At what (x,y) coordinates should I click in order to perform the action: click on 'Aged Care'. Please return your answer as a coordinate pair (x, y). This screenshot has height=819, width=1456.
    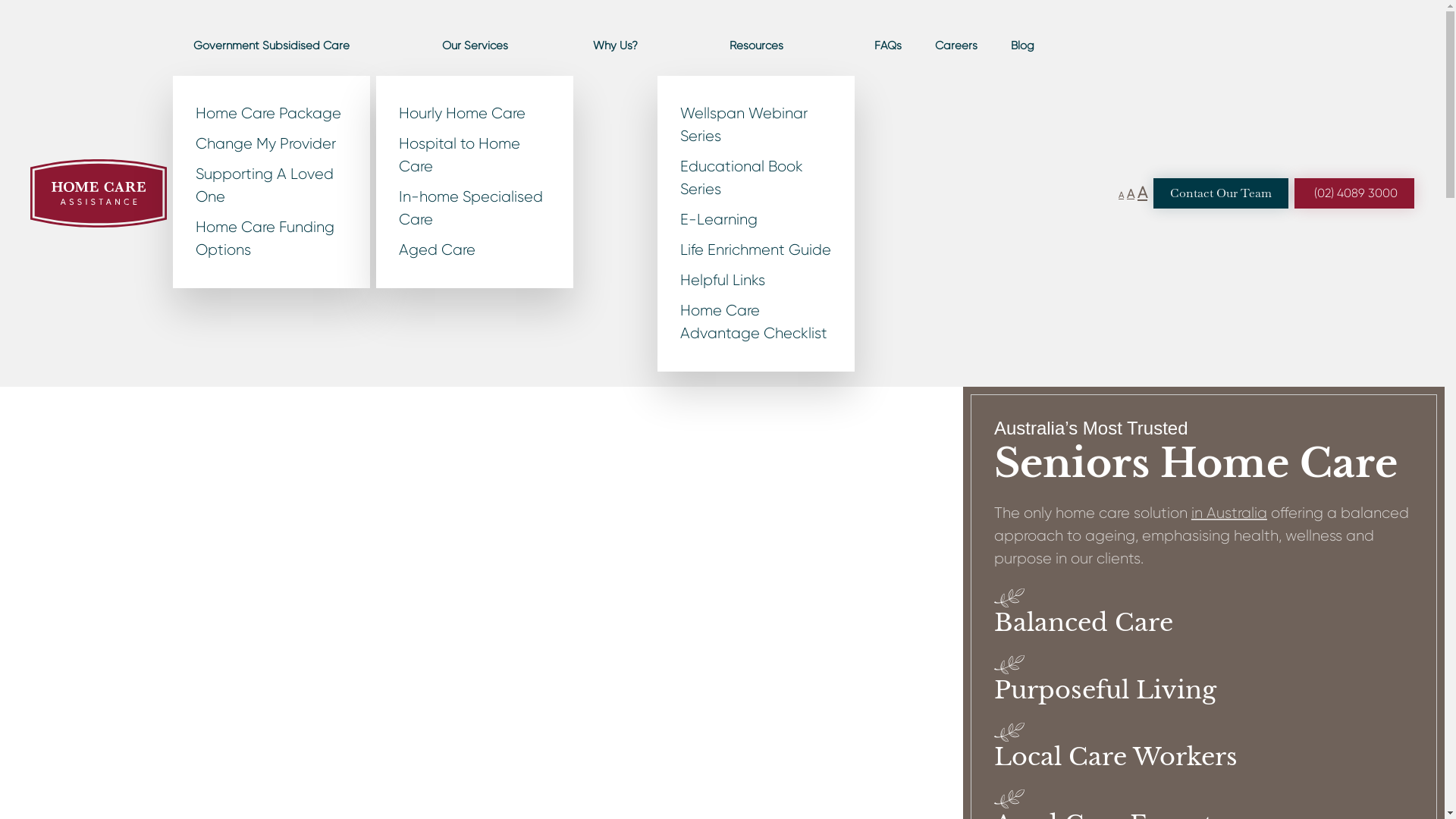
    Looking at the image, I should click on (473, 249).